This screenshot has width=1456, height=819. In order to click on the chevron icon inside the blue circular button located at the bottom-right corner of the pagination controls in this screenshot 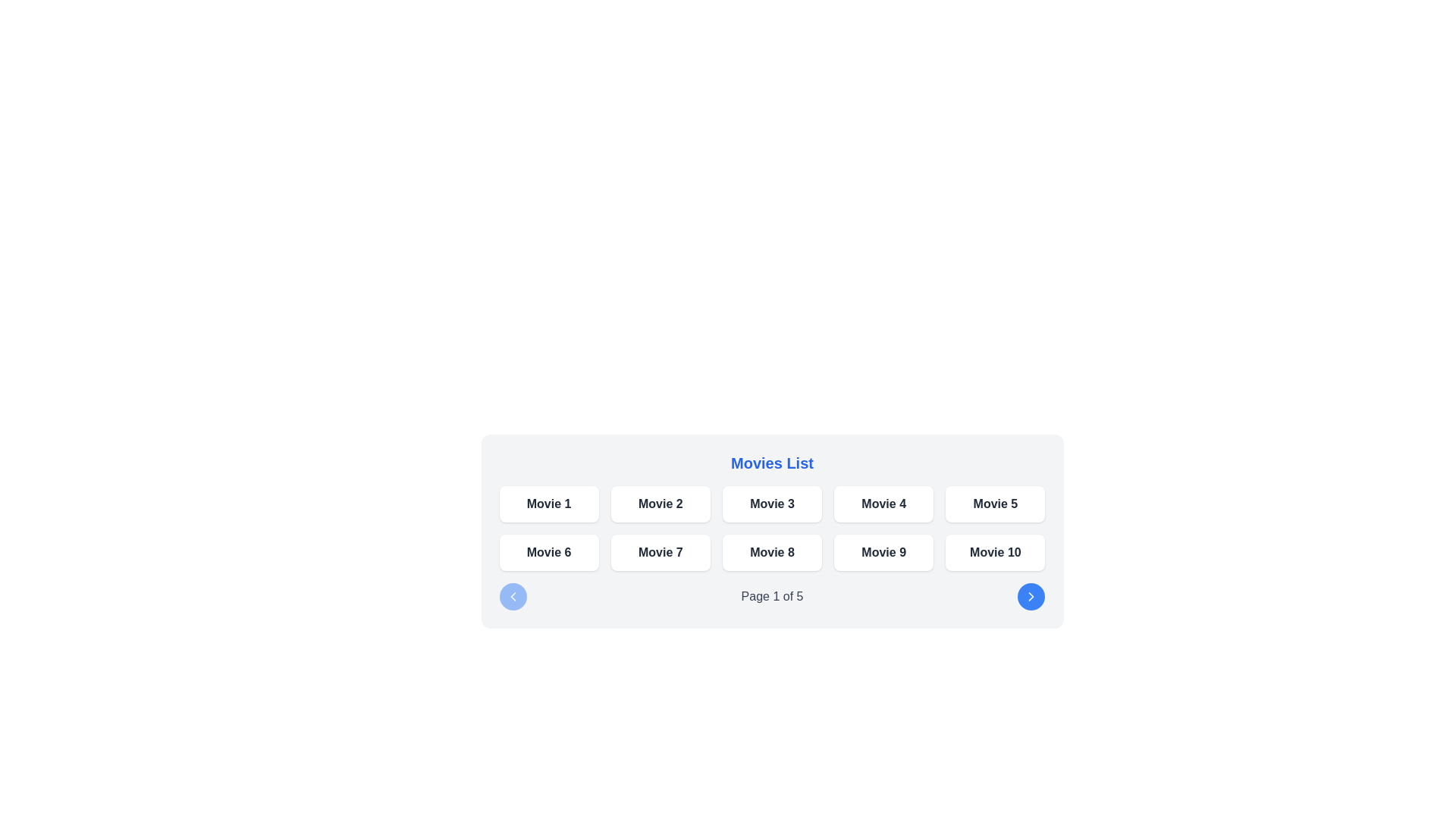, I will do `click(1031, 595)`.